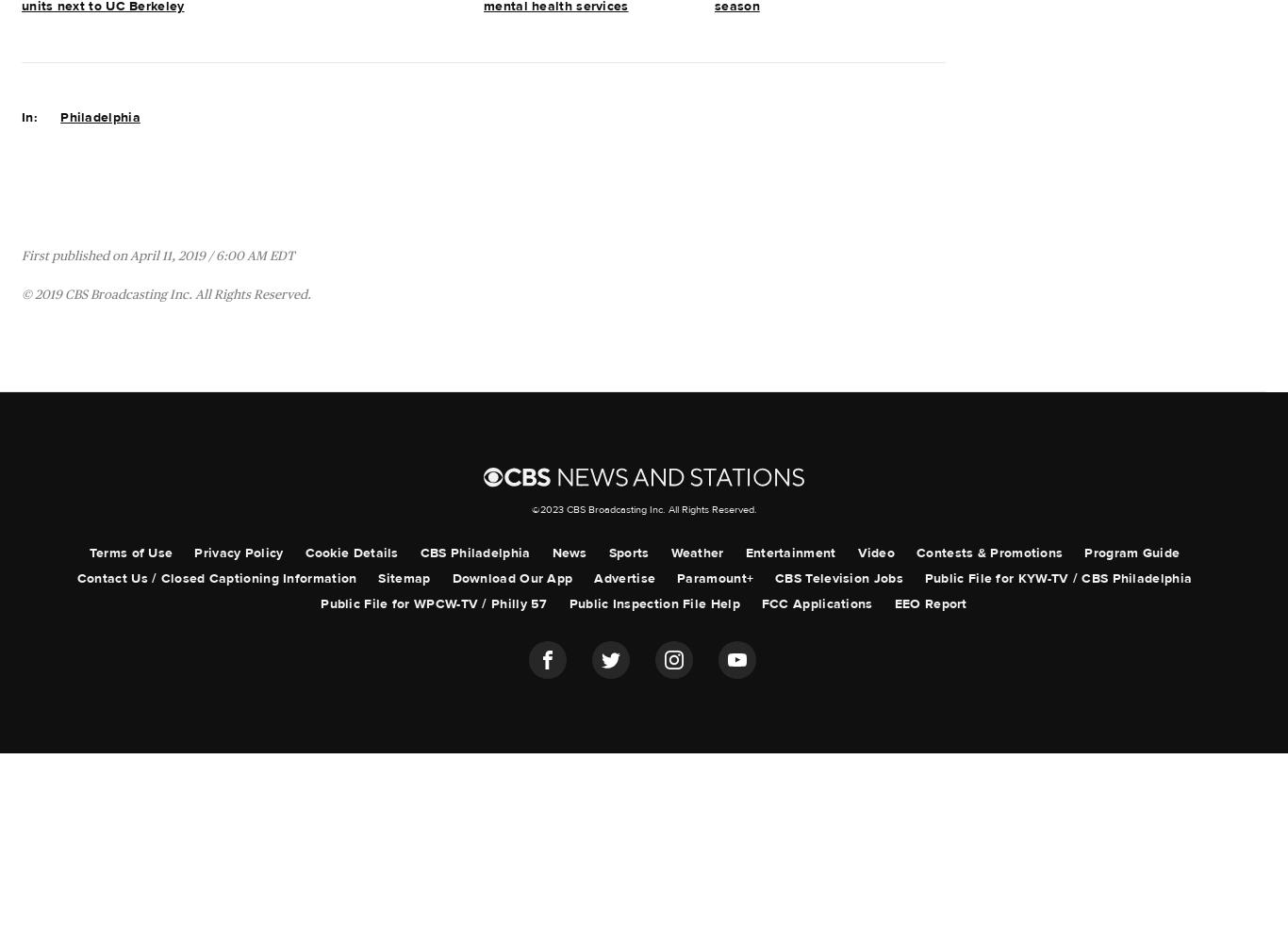  Describe the element at coordinates (855, 552) in the screenshot. I see `'Video'` at that location.